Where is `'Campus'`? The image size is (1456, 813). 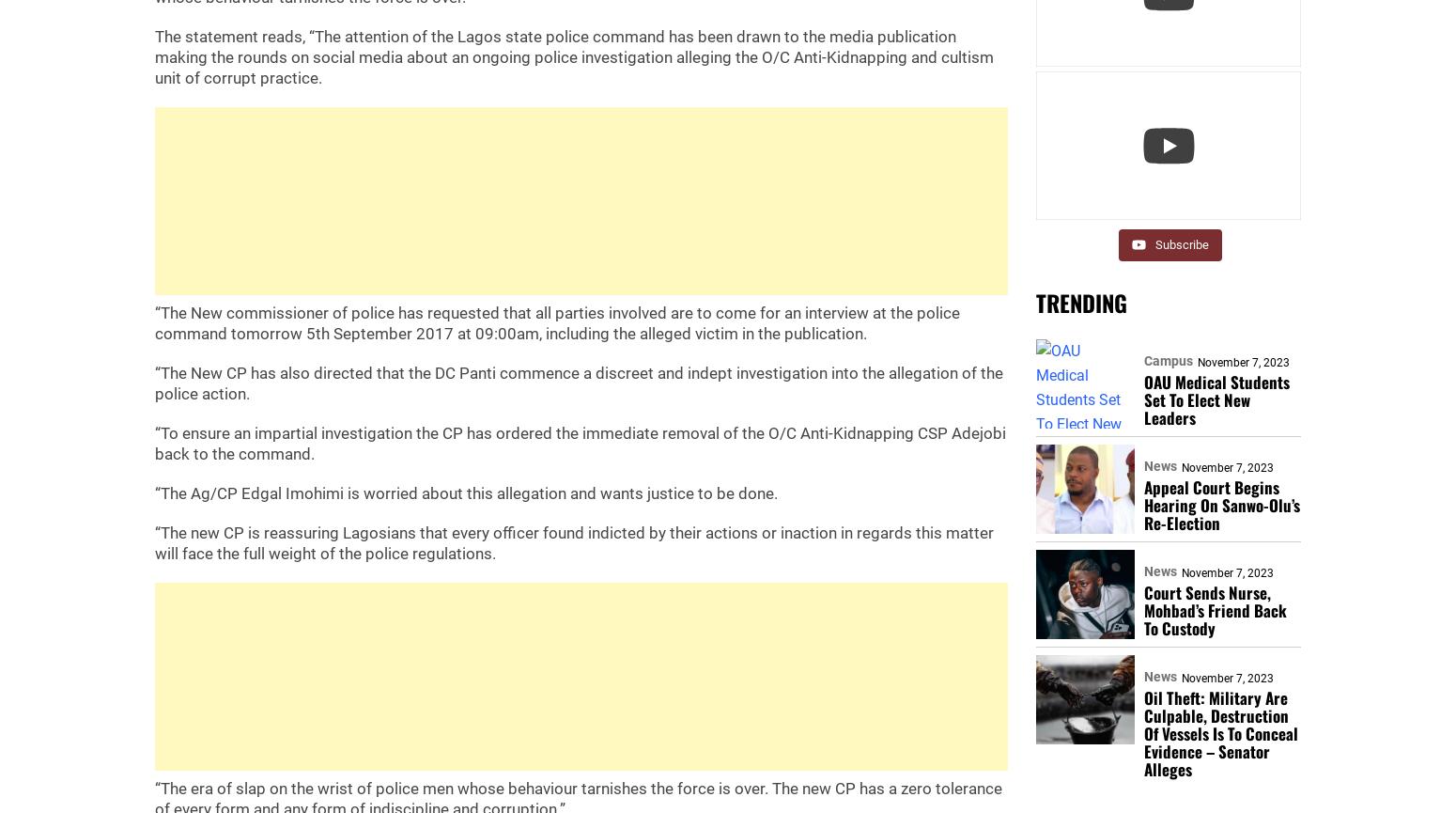
'Campus' is located at coordinates (1166, 360).